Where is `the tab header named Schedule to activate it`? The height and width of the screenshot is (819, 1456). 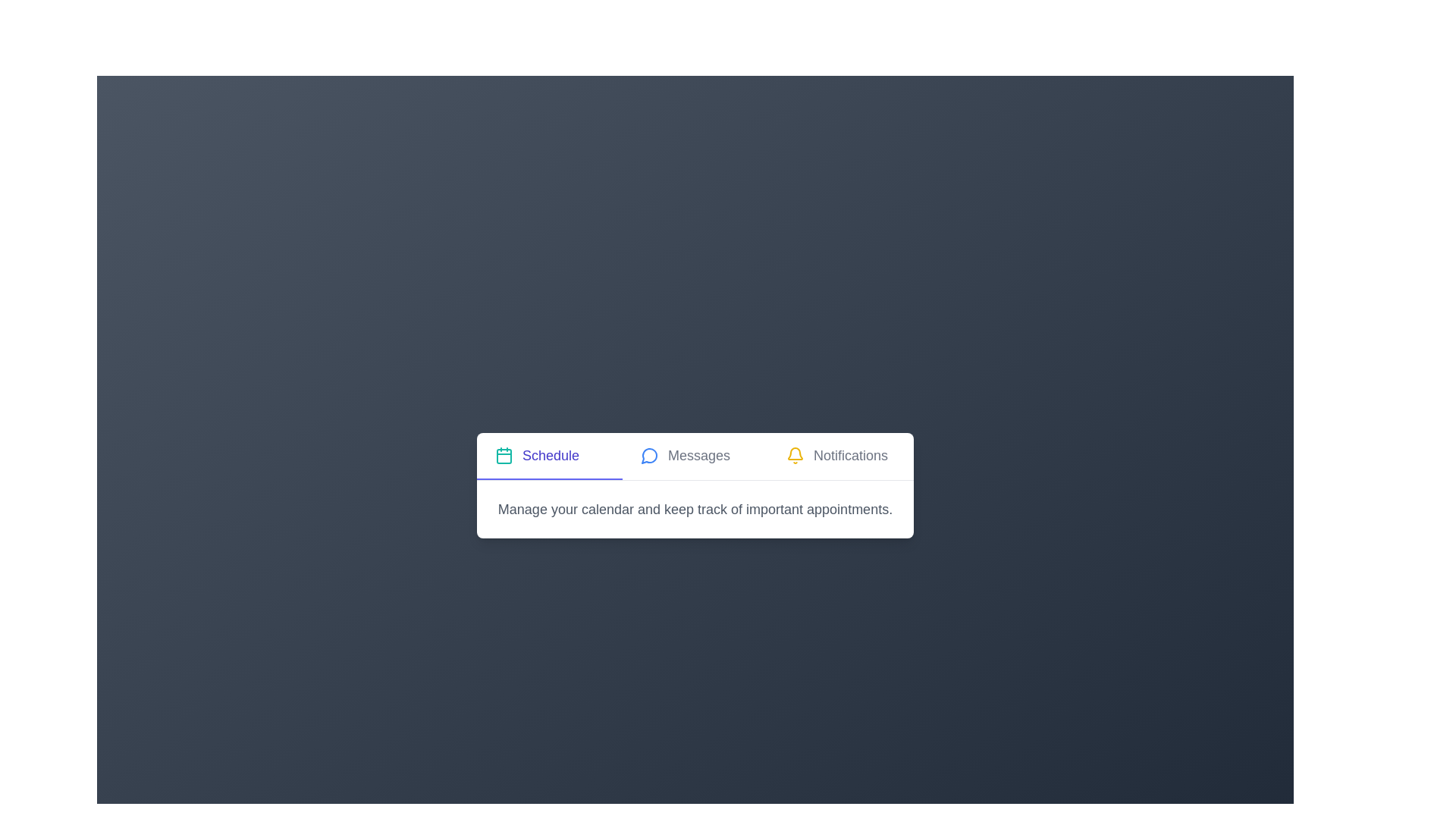 the tab header named Schedule to activate it is located at coordinates (548, 455).